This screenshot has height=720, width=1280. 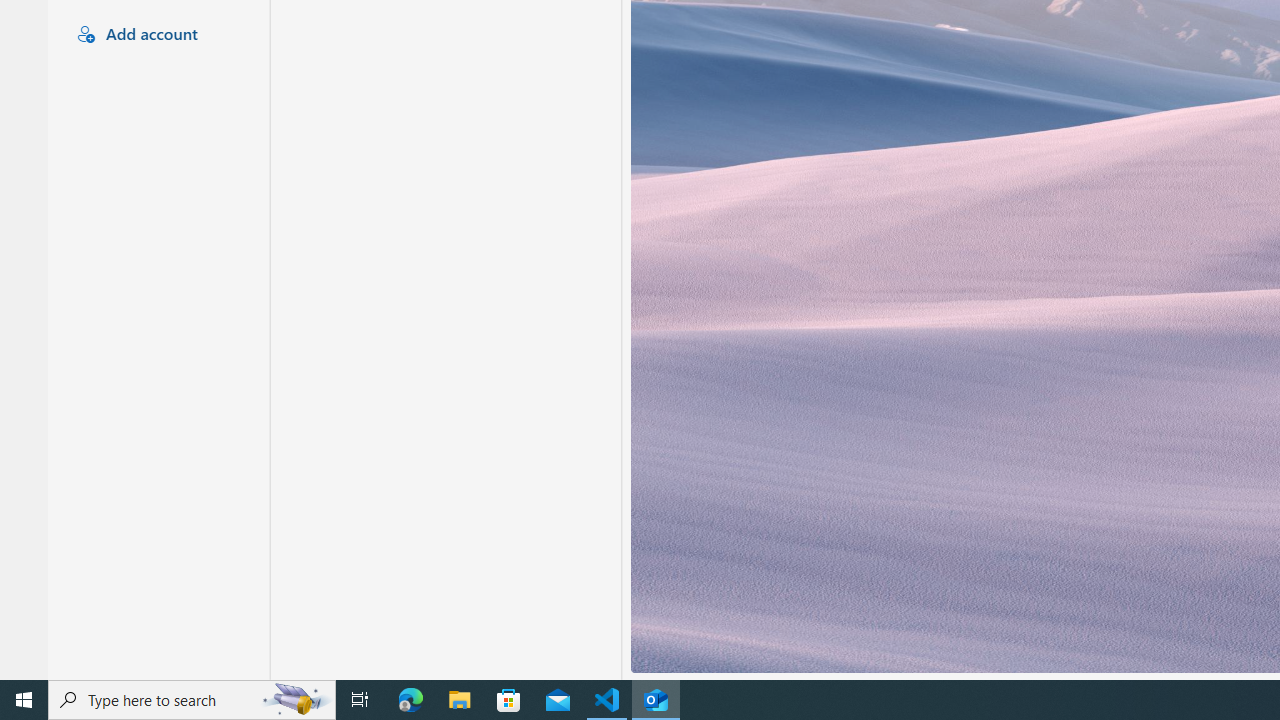 I want to click on 'Add account', so click(x=155, y=35).